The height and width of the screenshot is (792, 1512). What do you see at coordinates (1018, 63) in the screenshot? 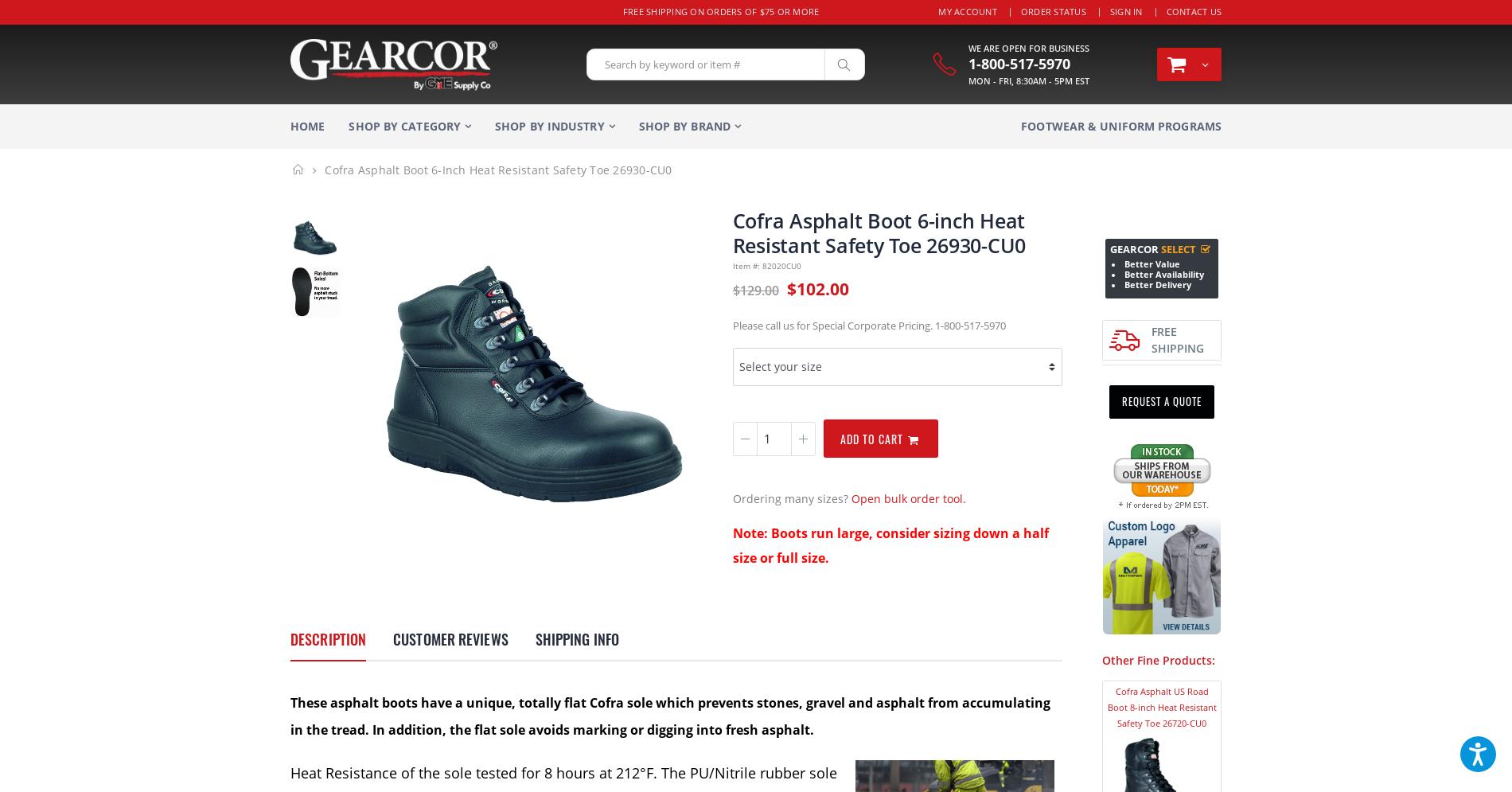
I see `'1-800-517-5970'` at bounding box center [1018, 63].